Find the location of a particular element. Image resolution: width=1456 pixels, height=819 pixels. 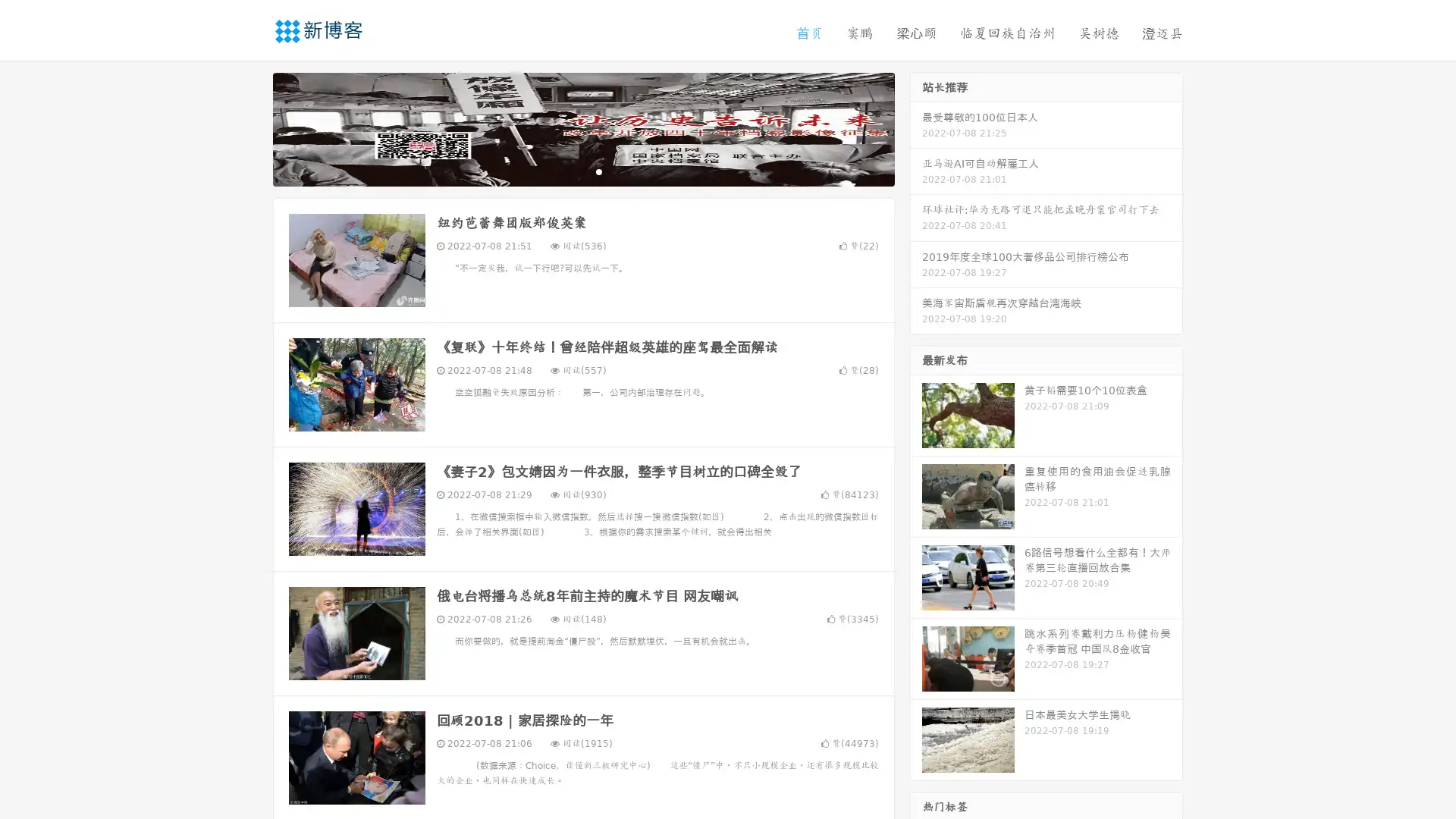

Previous slide is located at coordinates (250, 127).